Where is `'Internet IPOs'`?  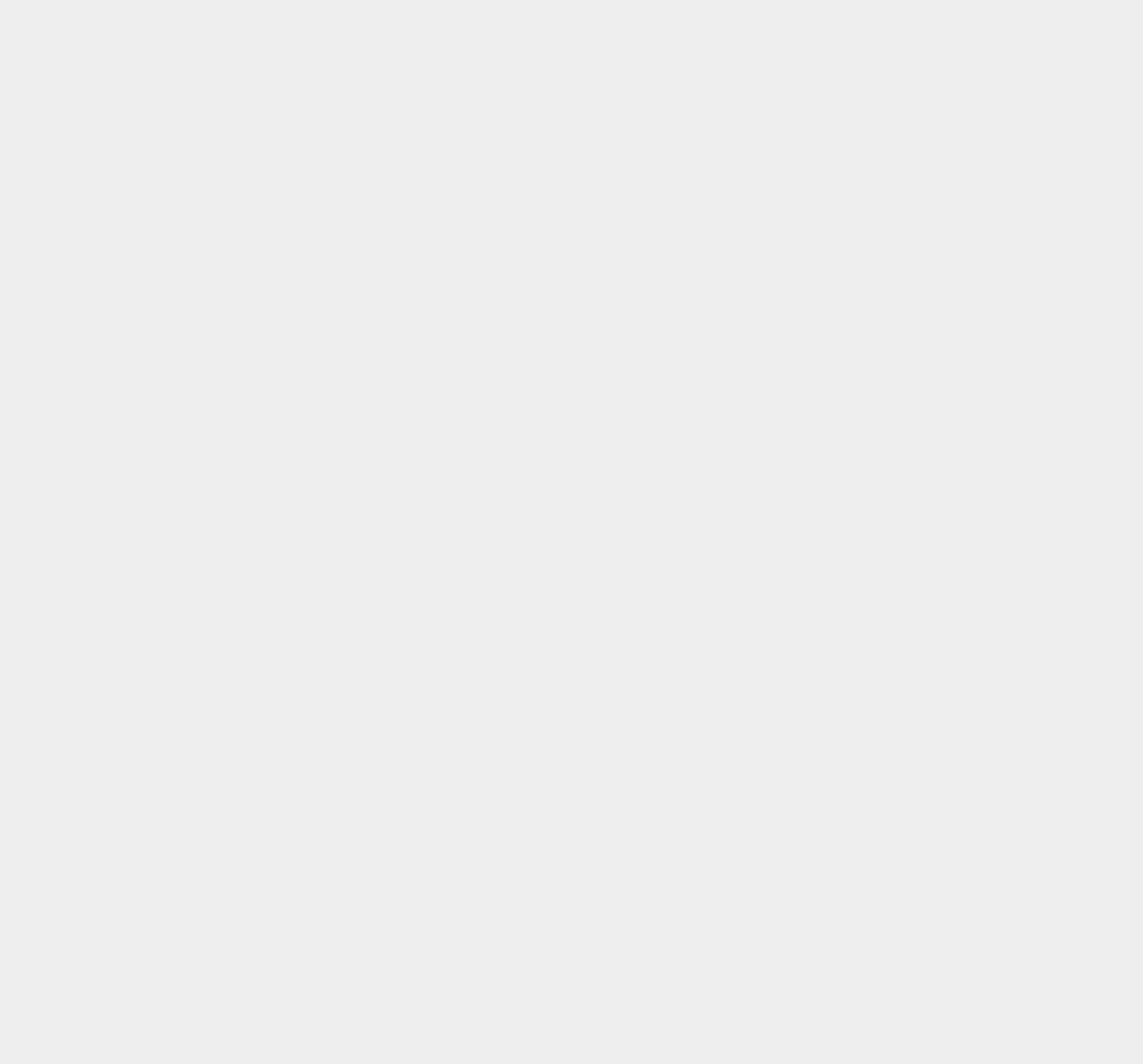
'Internet IPOs' is located at coordinates (847, 669).